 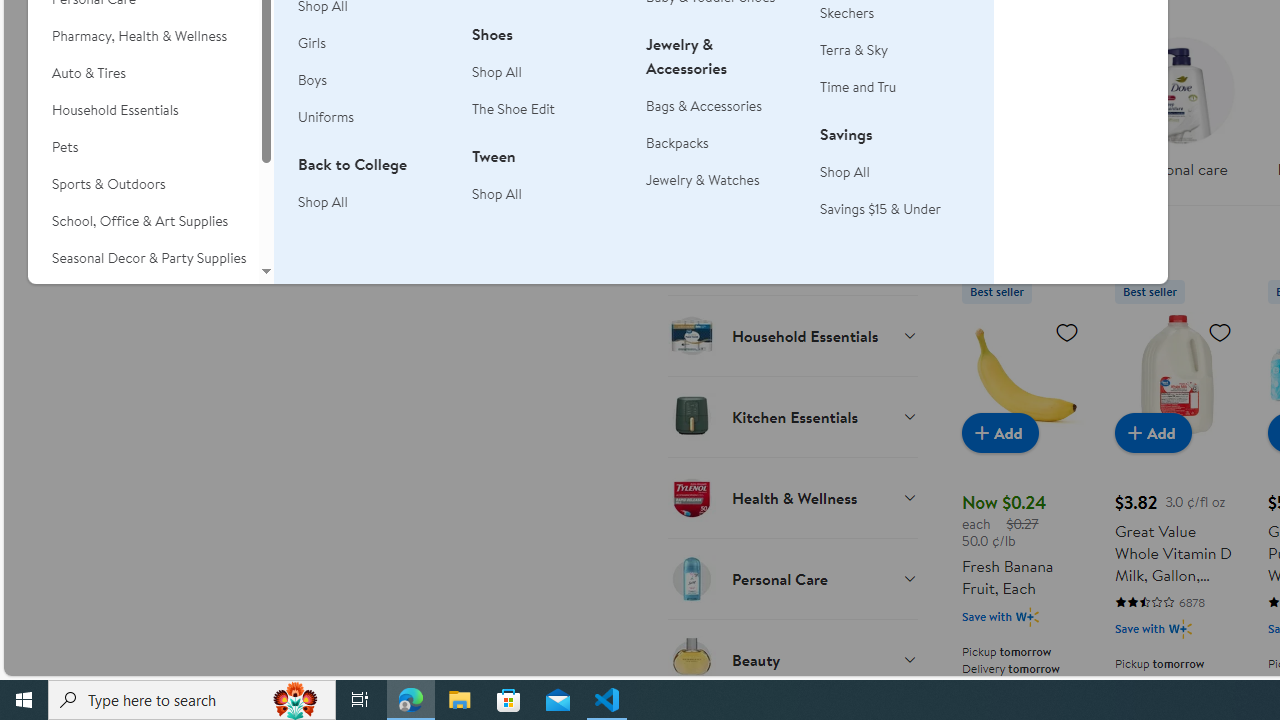 I want to click on 'TweenShop All', so click(x=547, y=186).